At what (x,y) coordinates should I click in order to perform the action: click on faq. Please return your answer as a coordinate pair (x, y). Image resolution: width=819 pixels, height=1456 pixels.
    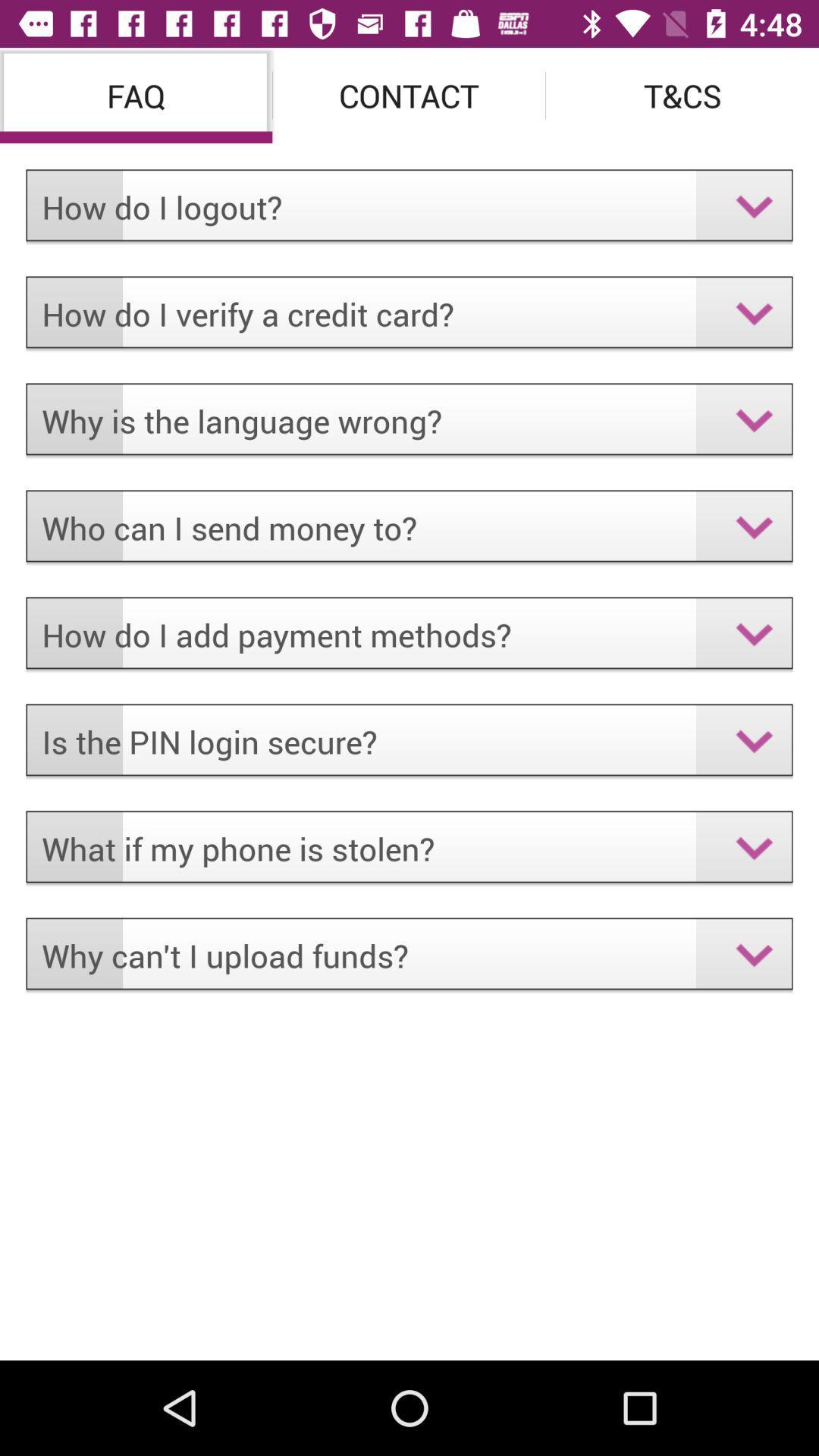
    Looking at the image, I should click on (135, 94).